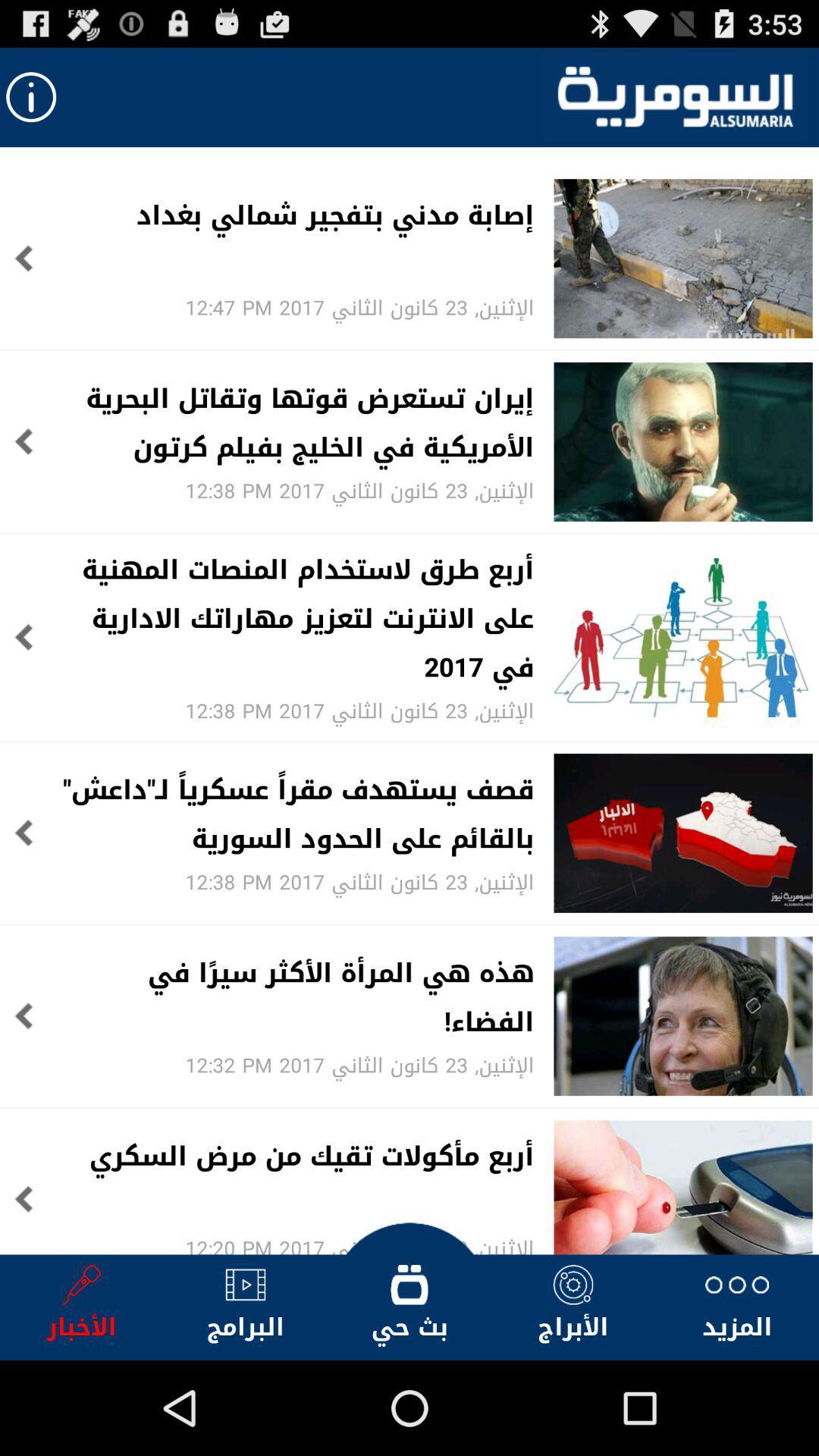 Image resolution: width=819 pixels, height=1456 pixels. I want to click on the info icon, so click(31, 103).